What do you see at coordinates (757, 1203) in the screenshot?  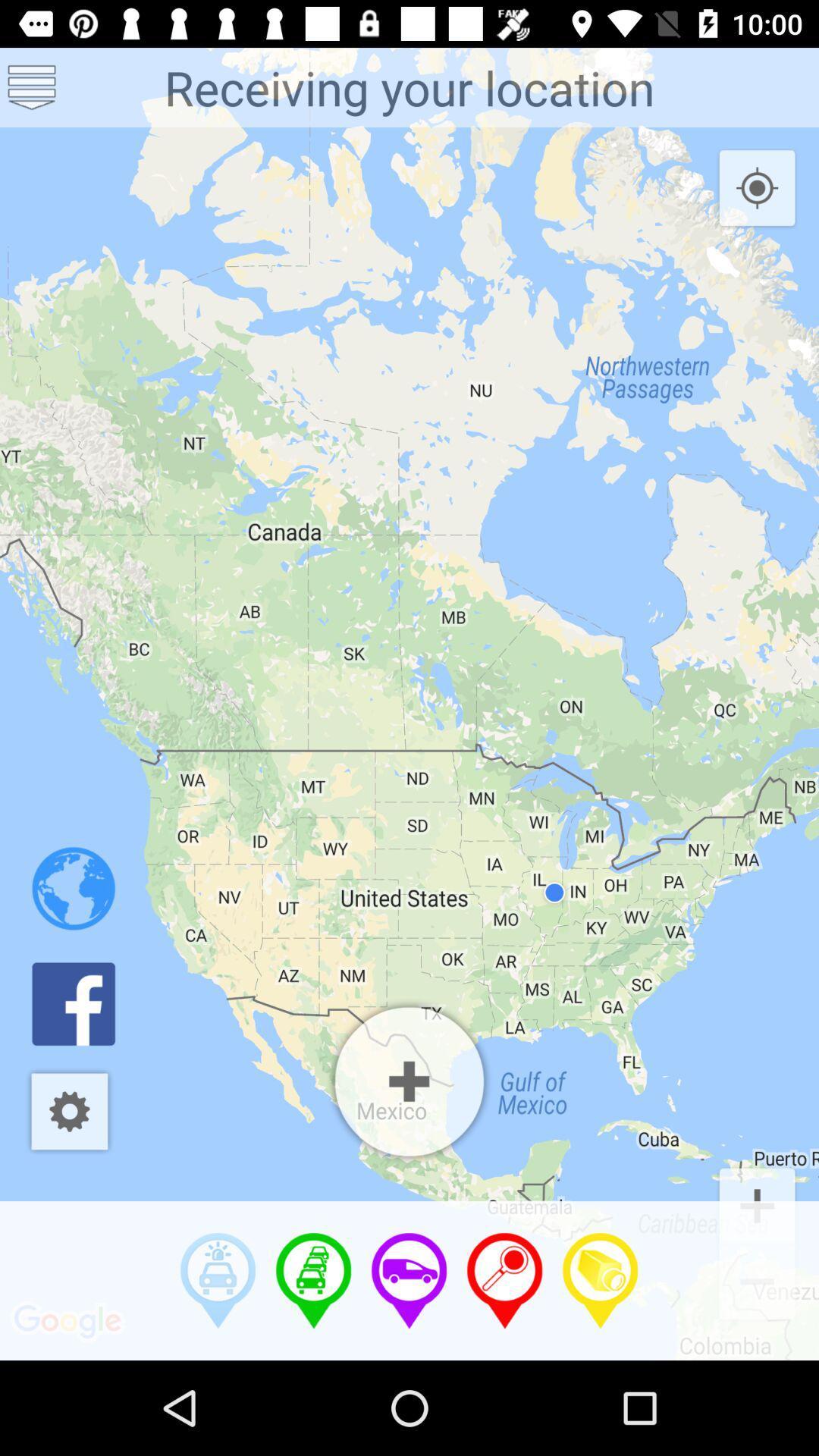 I see `the add icon` at bounding box center [757, 1203].